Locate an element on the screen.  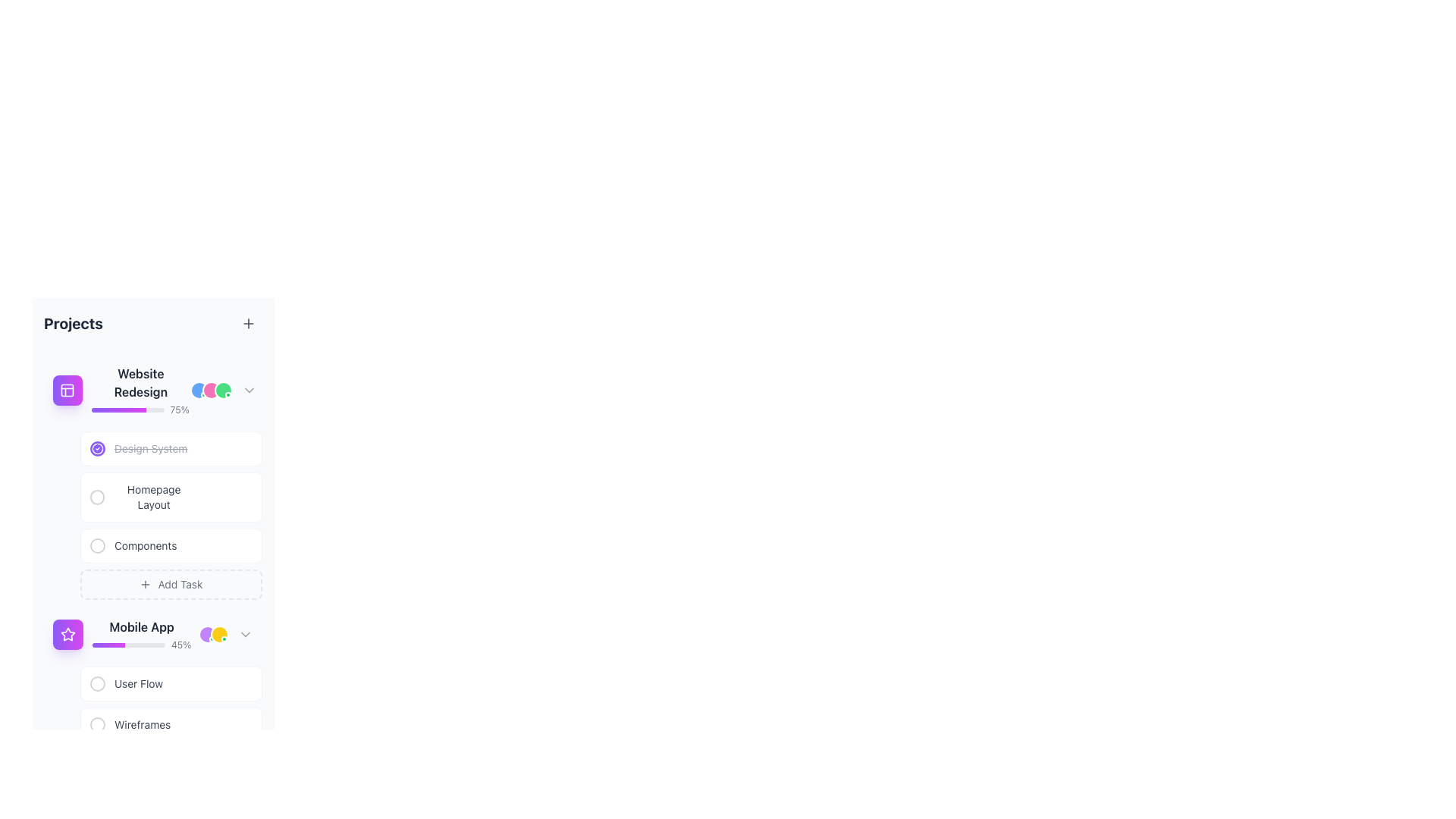
the Button with a plus-icon located at the top-right corner of the 'Projects' header to initiate adding a new item is located at coordinates (248, 323).